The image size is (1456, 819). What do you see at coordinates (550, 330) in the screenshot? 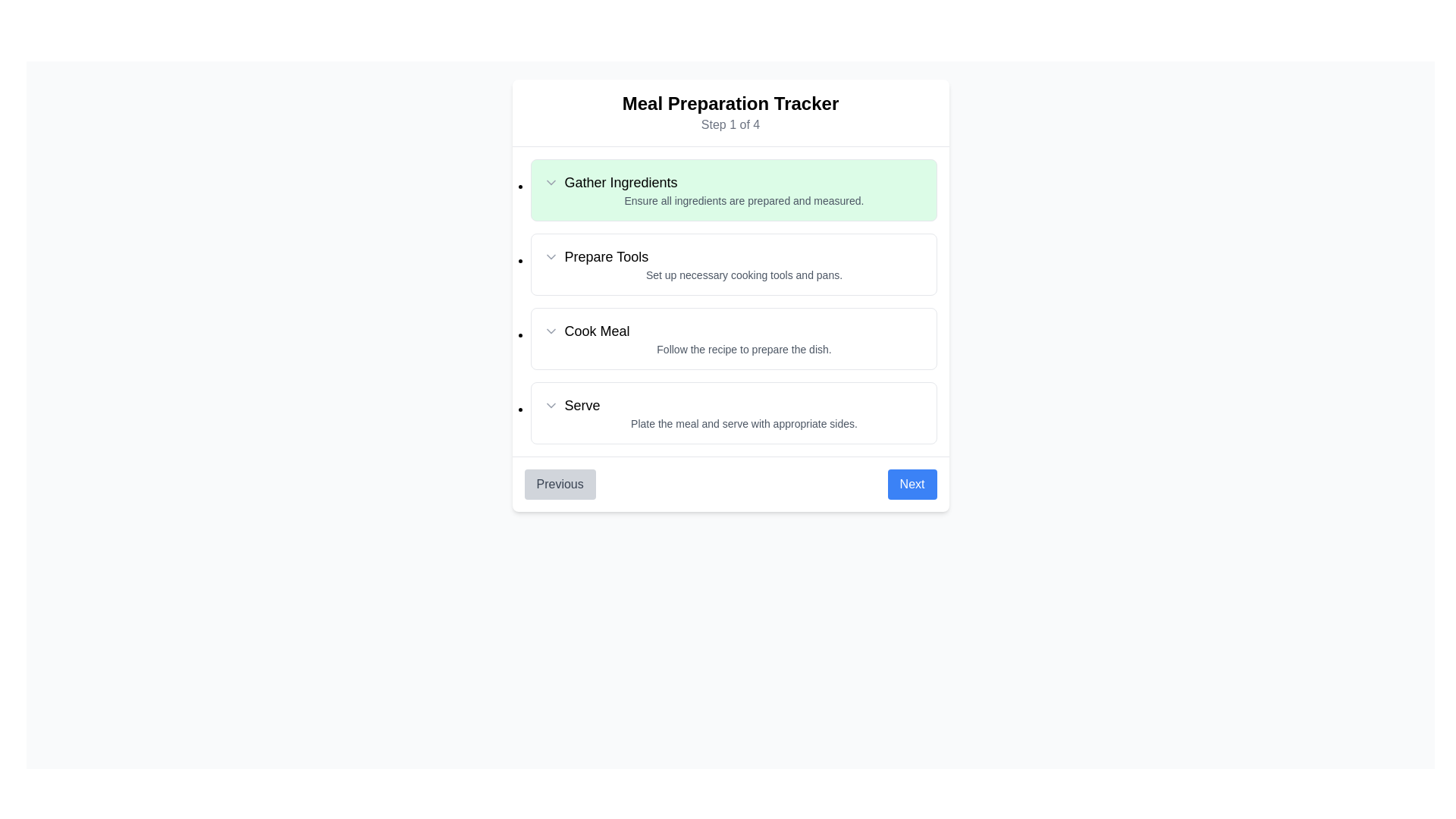
I see `the icon that serves as a visual indicator for collapsing or expanding additional information related to 'Cook Meal', which is positioned to the left of the text 'Cook Meal'` at bounding box center [550, 330].